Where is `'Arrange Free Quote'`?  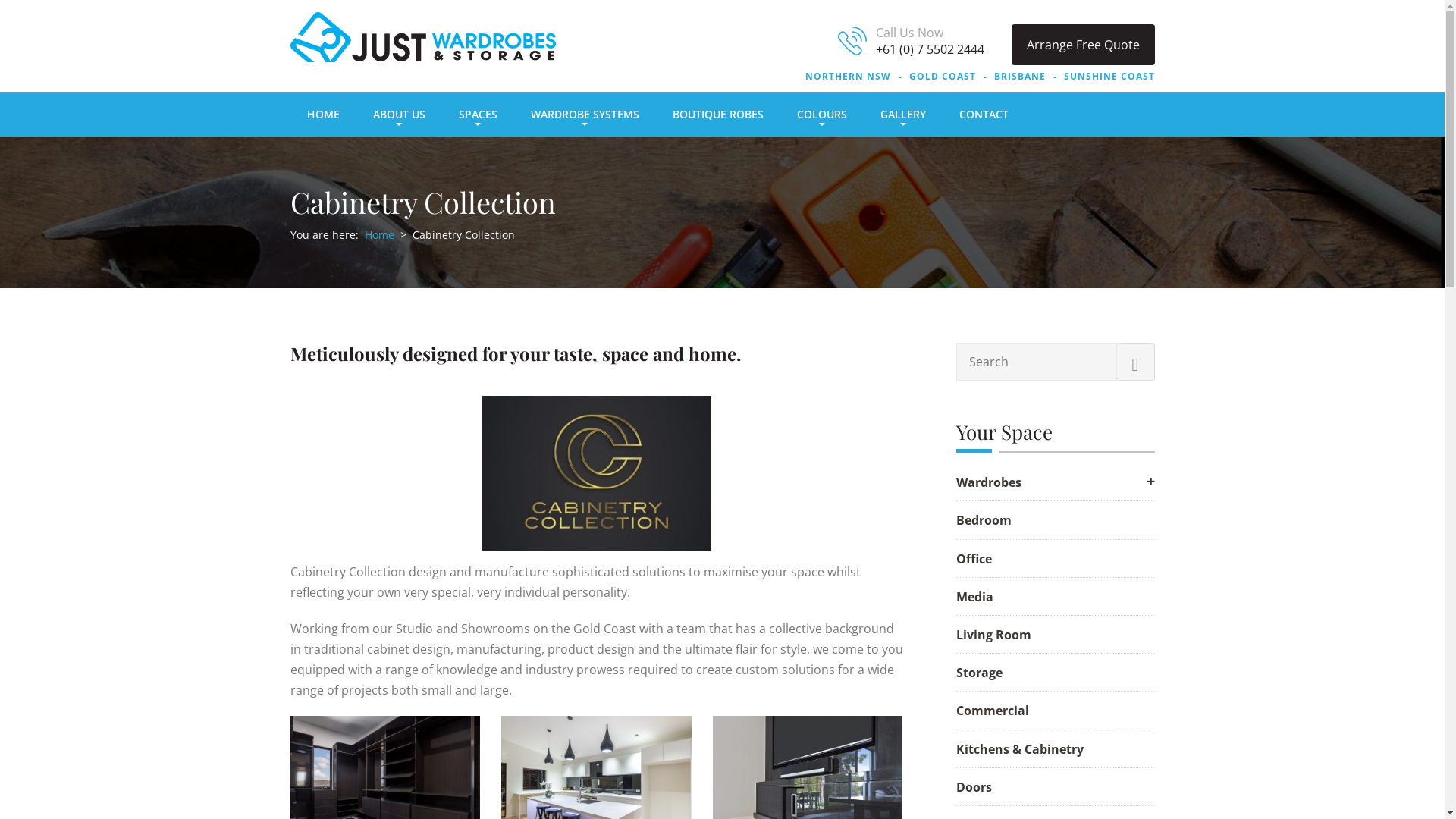
'Arrange Free Quote' is located at coordinates (1082, 43).